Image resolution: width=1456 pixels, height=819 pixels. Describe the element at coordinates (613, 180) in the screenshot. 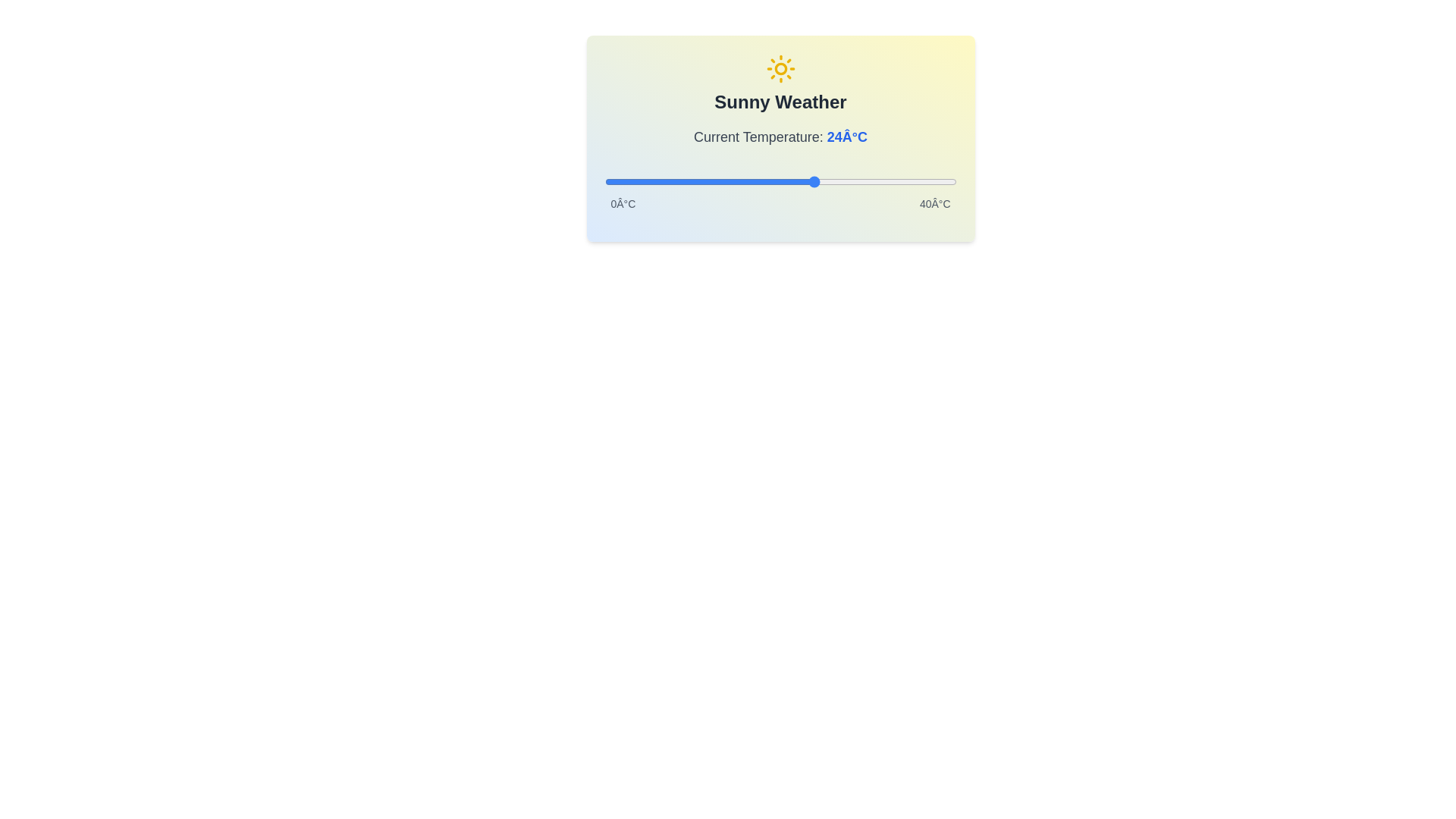

I see `the temperature slider` at that location.